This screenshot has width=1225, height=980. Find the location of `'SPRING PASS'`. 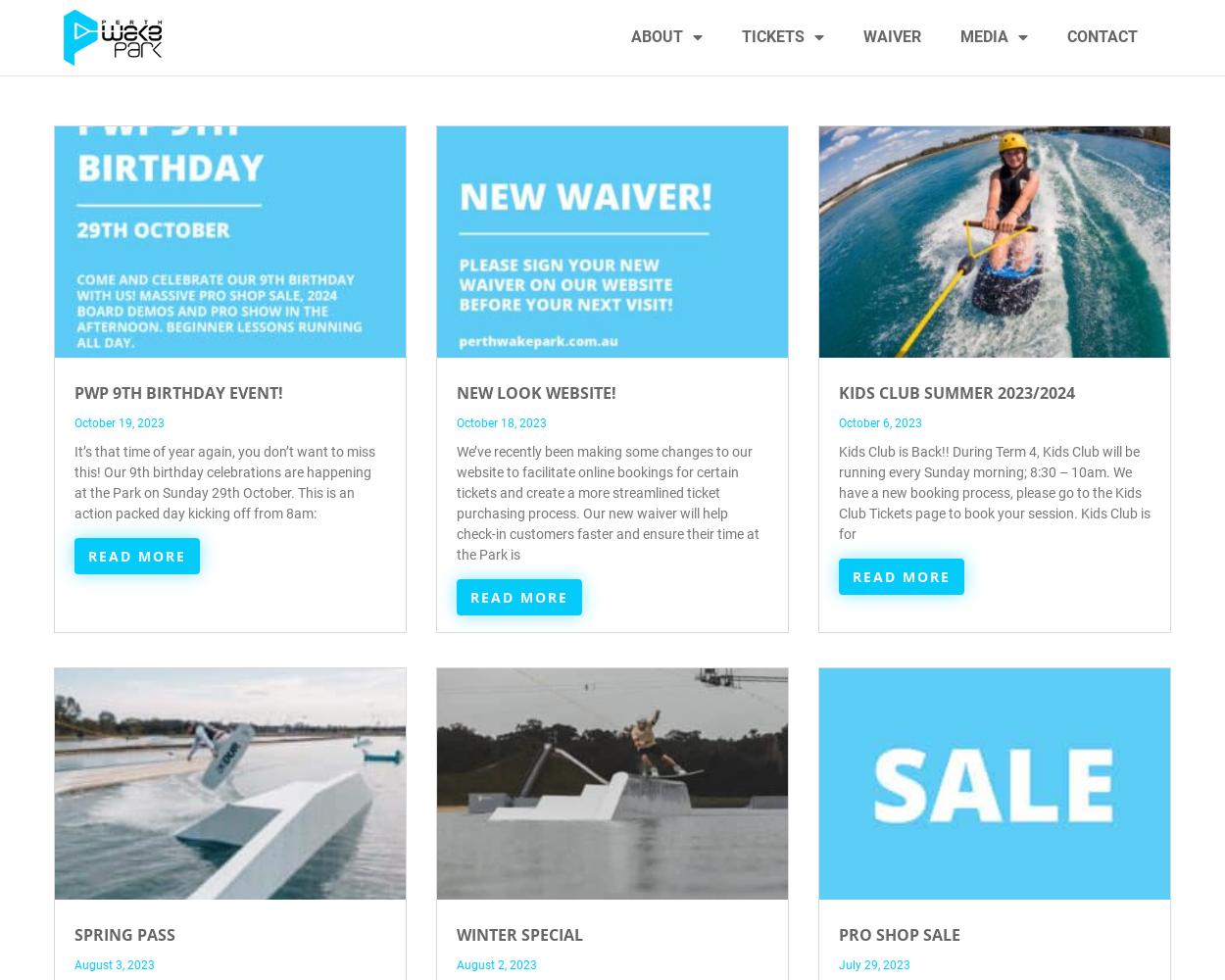

'SPRING PASS' is located at coordinates (124, 933).